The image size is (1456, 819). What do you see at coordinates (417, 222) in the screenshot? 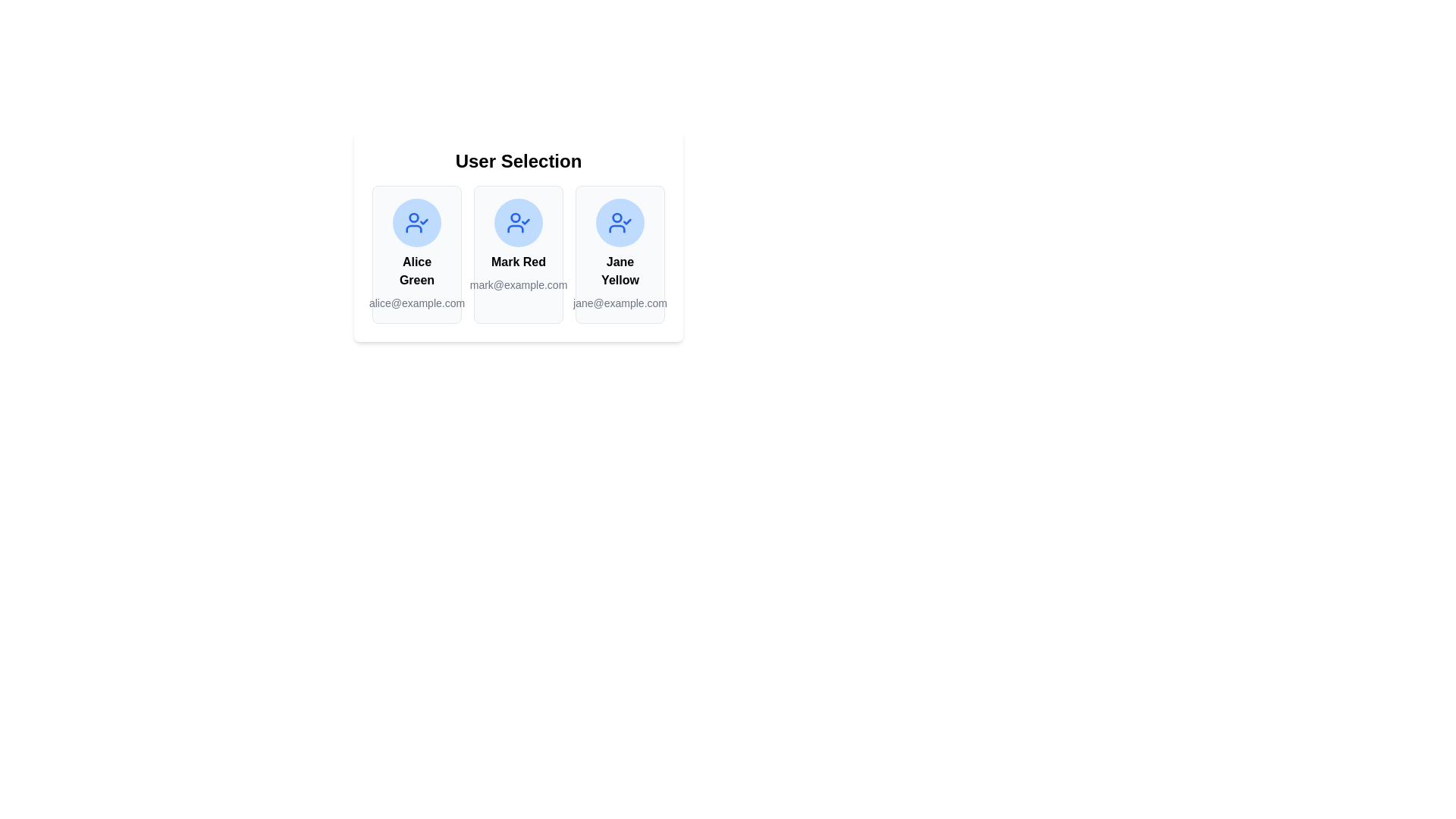
I see `the first circular icon with a light blue background and a check-mark-tick user avatar, positioned above 'Alice Green' and 'alice@example.com'` at bounding box center [417, 222].